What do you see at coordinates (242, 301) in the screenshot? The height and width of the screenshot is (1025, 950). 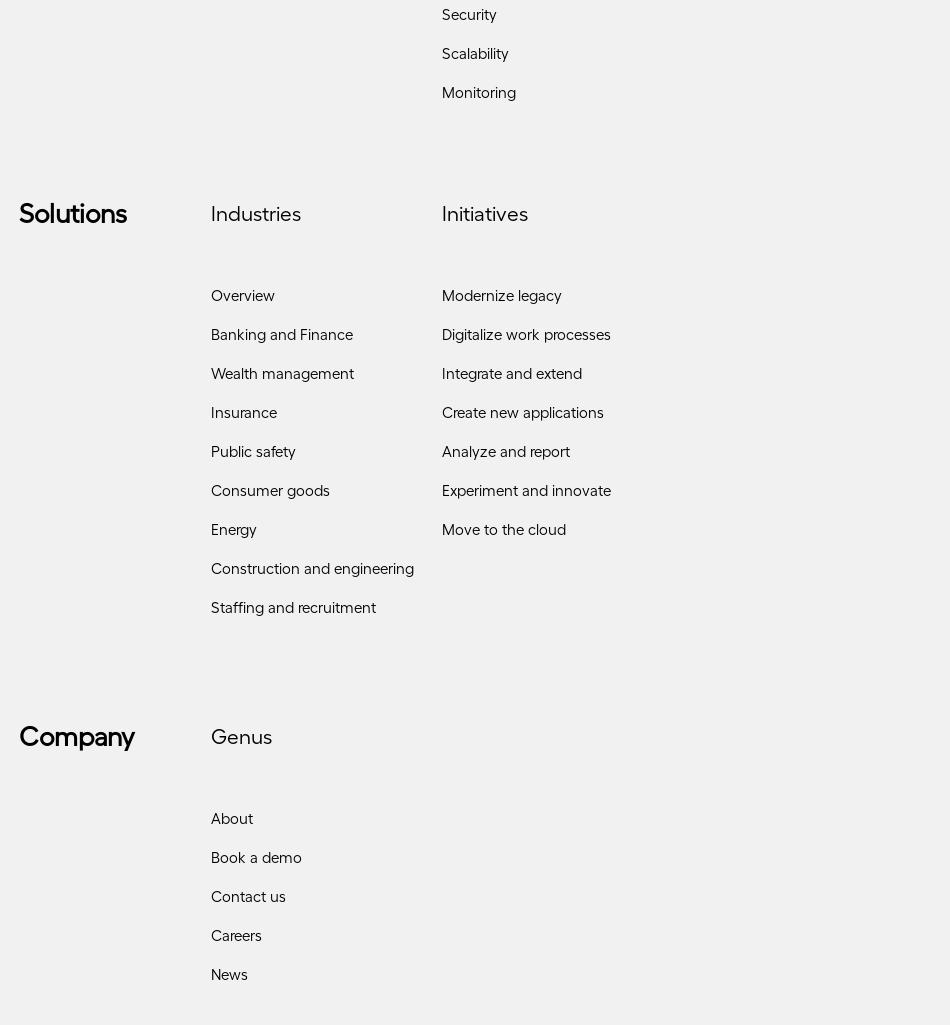 I see `'Overview'` at bounding box center [242, 301].